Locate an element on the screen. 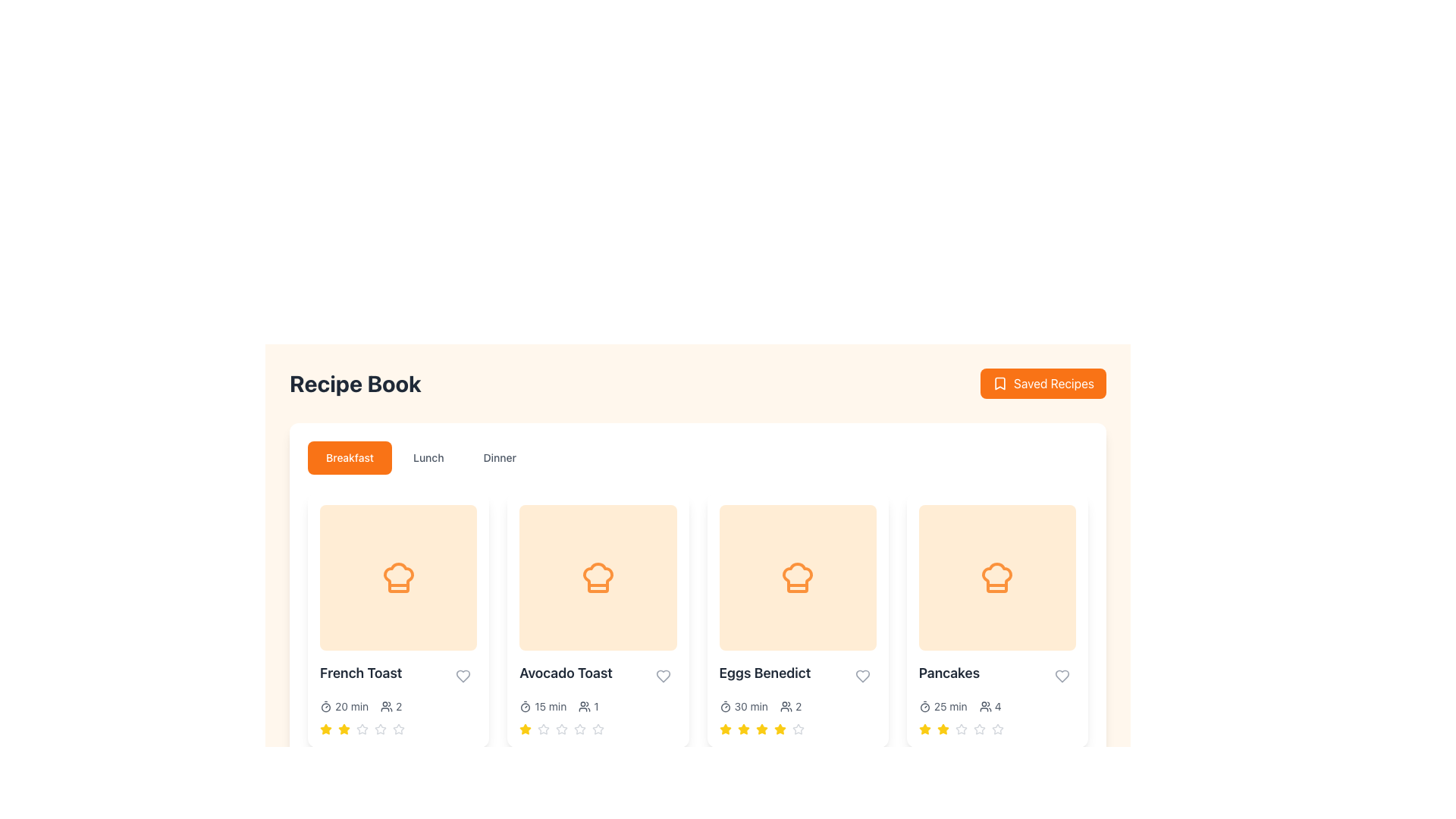 The image size is (1456, 819). the timer icon located at the top-left of the second recipe card from the left is located at coordinates (526, 707).